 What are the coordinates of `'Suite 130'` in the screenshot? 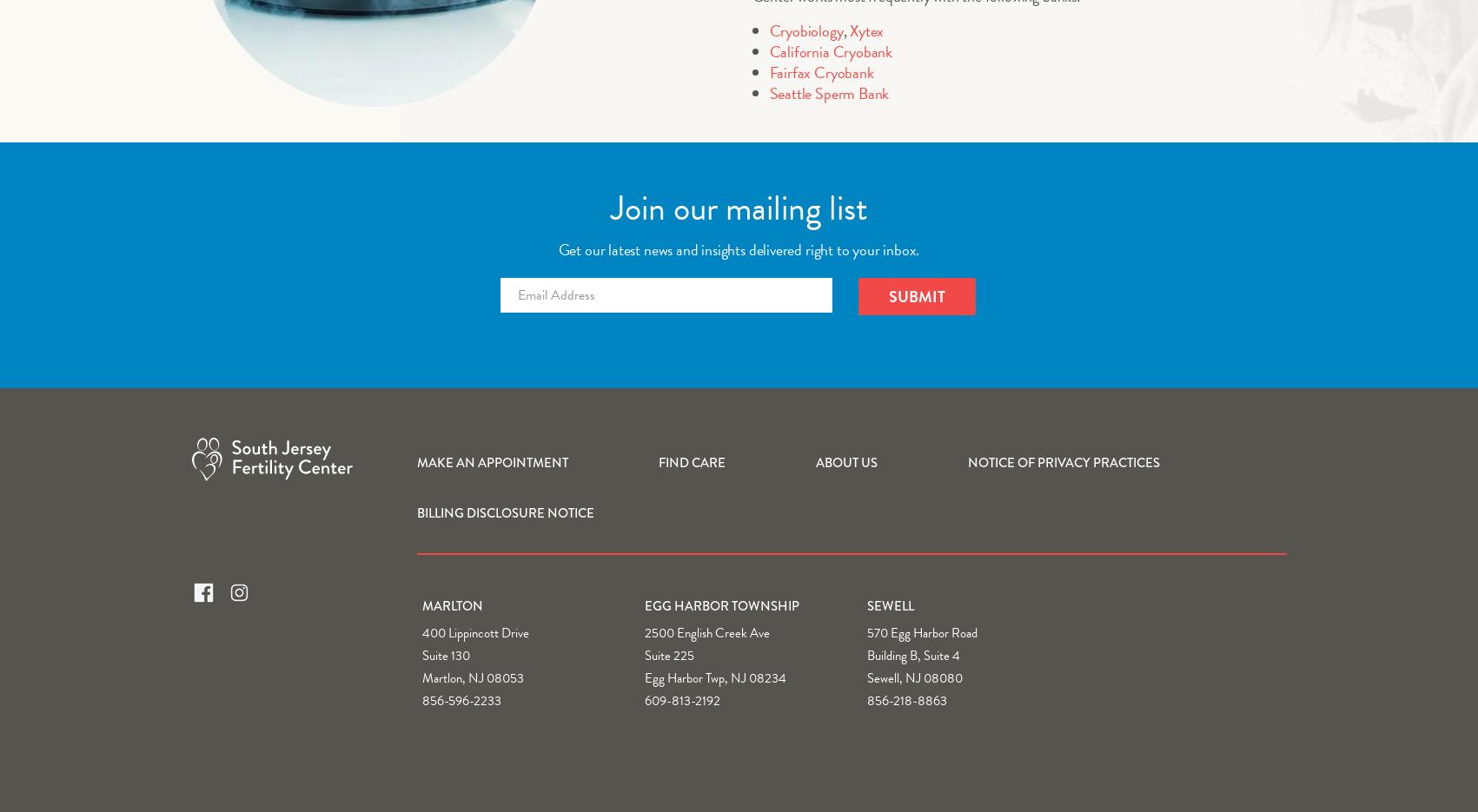 It's located at (445, 654).